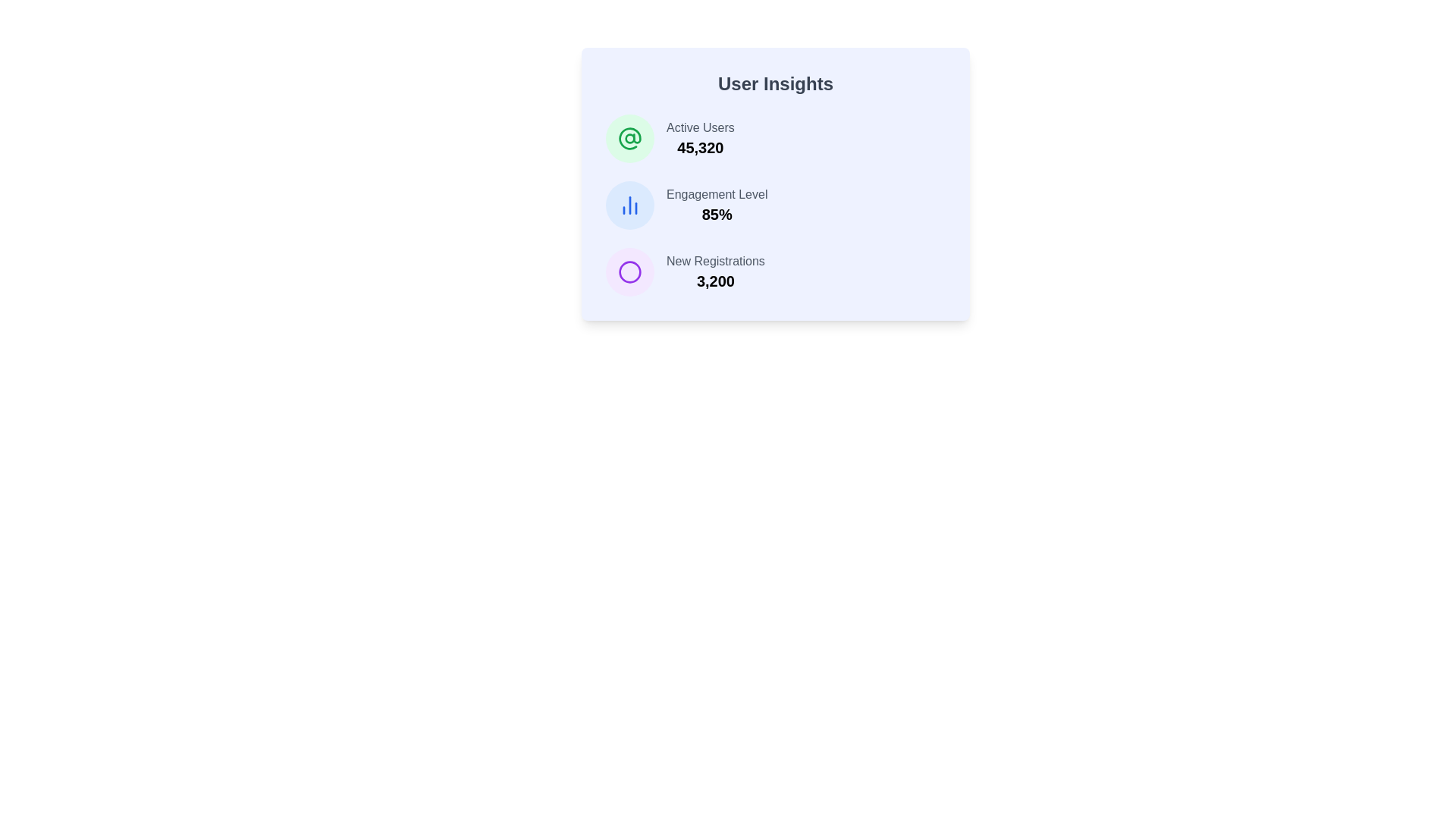 This screenshot has height=819, width=1456. Describe the element at coordinates (714, 271) in the screenshot. I see `the static text block that displays the number of new registrations, located in the bottom right quadrant of the 'User Insights' card, which is the third item in a vertical list` at that location.